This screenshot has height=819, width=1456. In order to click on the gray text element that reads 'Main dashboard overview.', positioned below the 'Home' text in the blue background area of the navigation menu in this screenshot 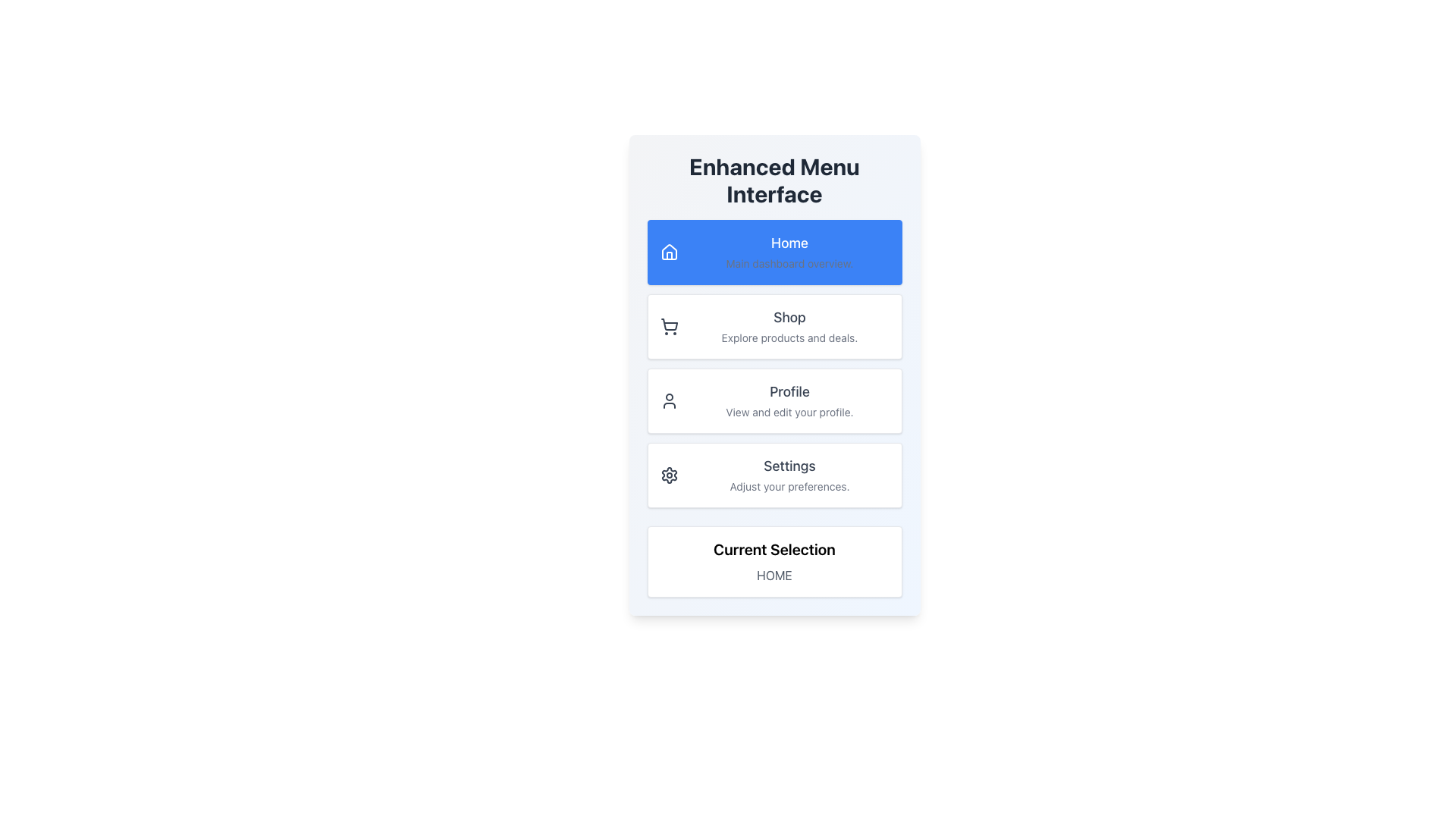, I will do `click(789, 262)`.